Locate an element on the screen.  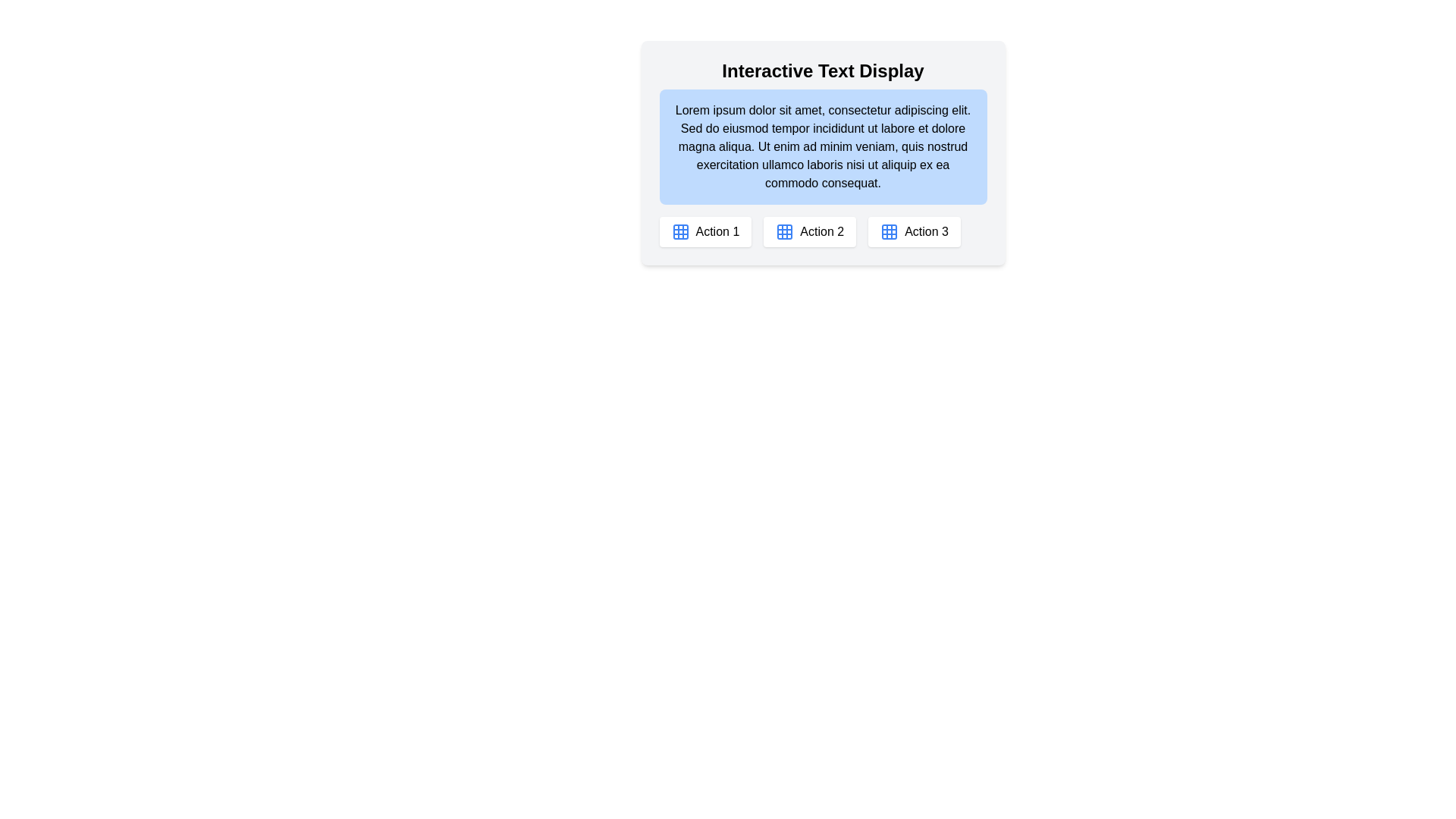
the grid icon embedded in the 'Action 3' button located on the bottom row of the dialog box is located at coordinates (890, 231).